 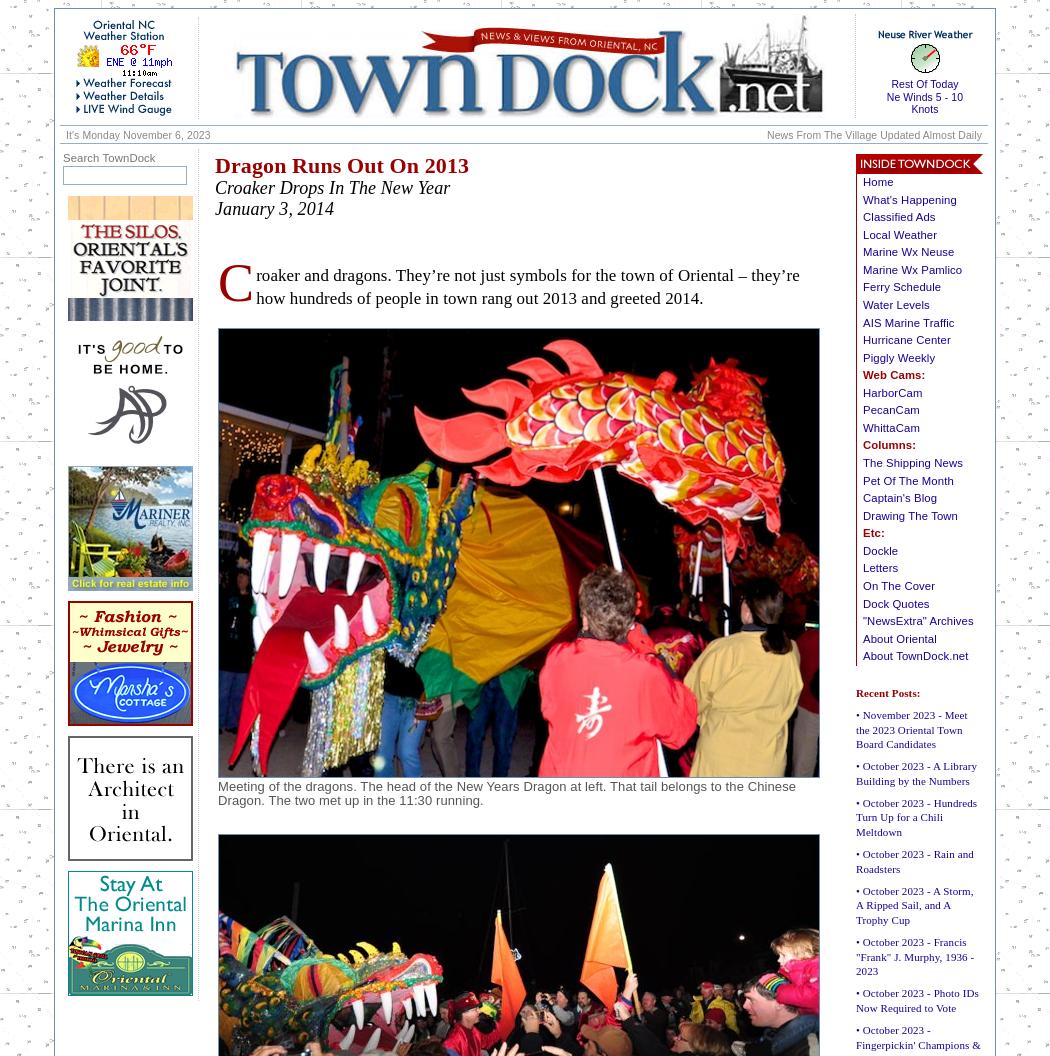 I want to click on '•  October 2023 - Hundreds Turn Up for a Chili Meltdown', so click(x=916, y=817).